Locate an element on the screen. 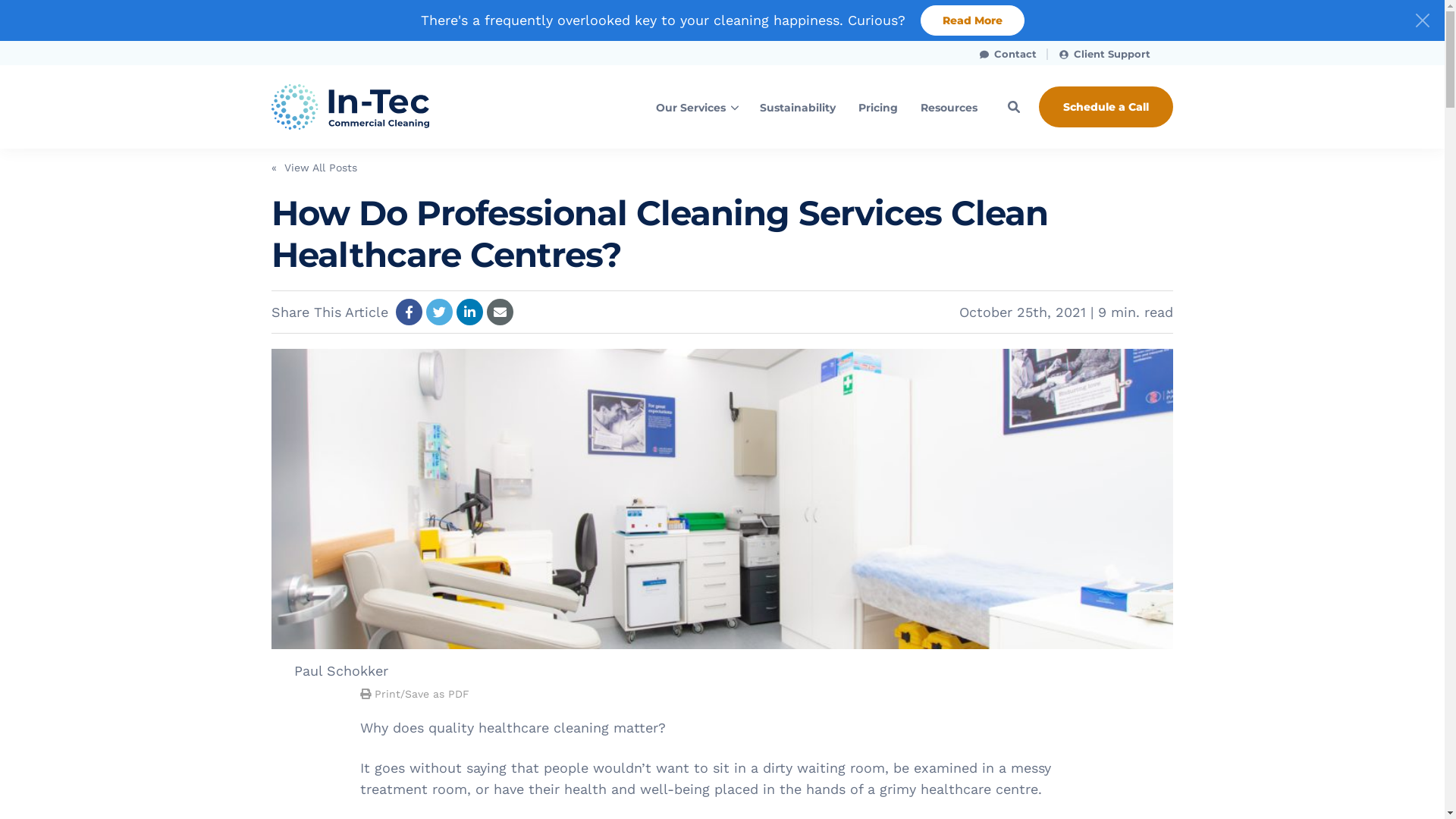  'Share via Email' is located at coordinates (500, 311).